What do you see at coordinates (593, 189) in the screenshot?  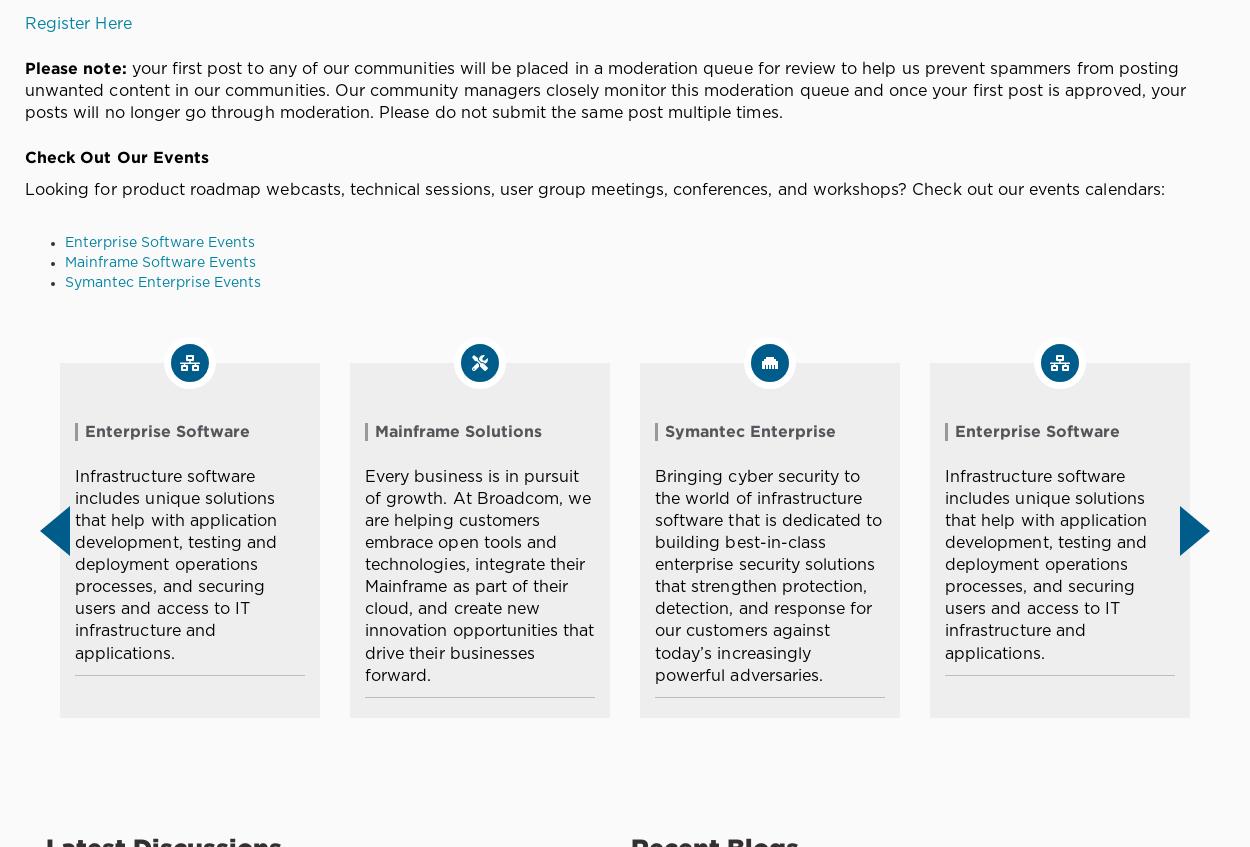 I see `'Looking for product roadmap webcasts, technical sessions, user group meetings, conferences, and workshops? Check out our events calendars:'` at bounding box center [593, 189].